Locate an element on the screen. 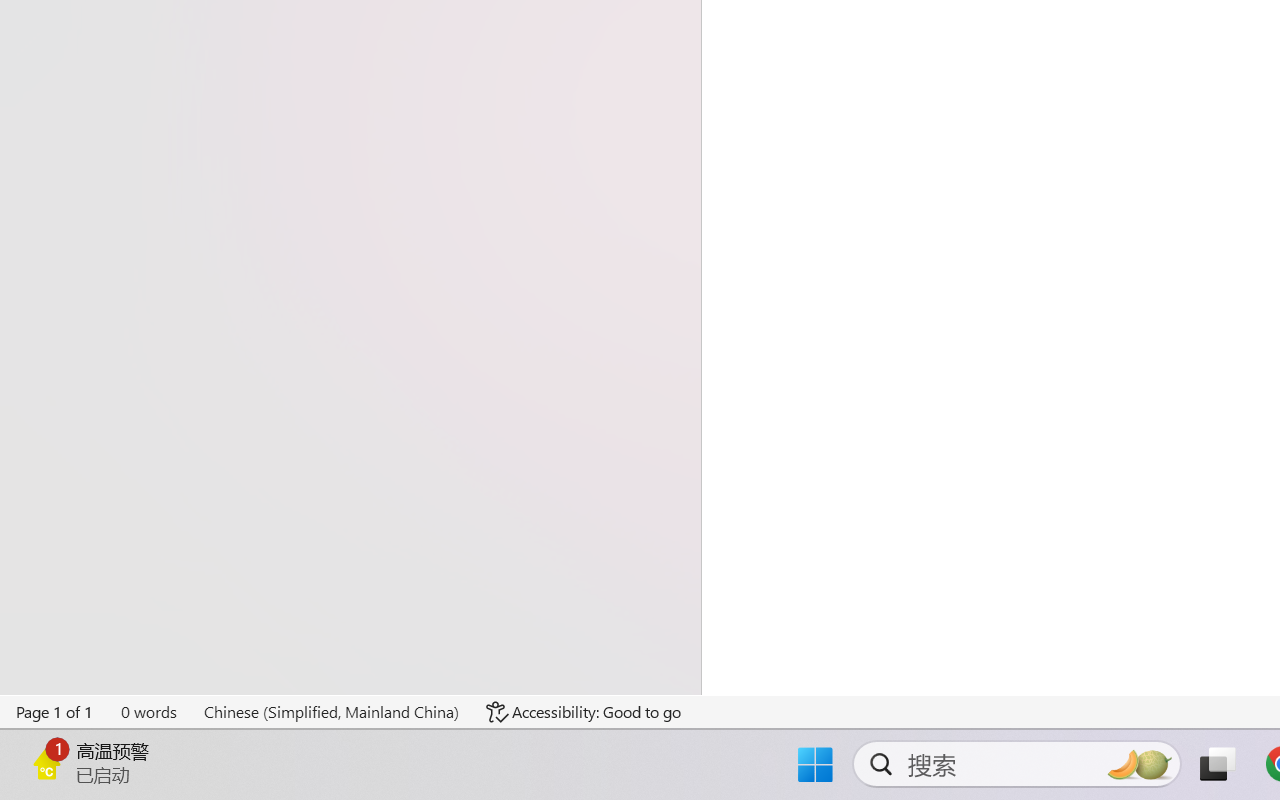 The image size is (1280, 800). 'Language Chinese (Simplified, Mainland China)' is located at coordinates (331, 711).